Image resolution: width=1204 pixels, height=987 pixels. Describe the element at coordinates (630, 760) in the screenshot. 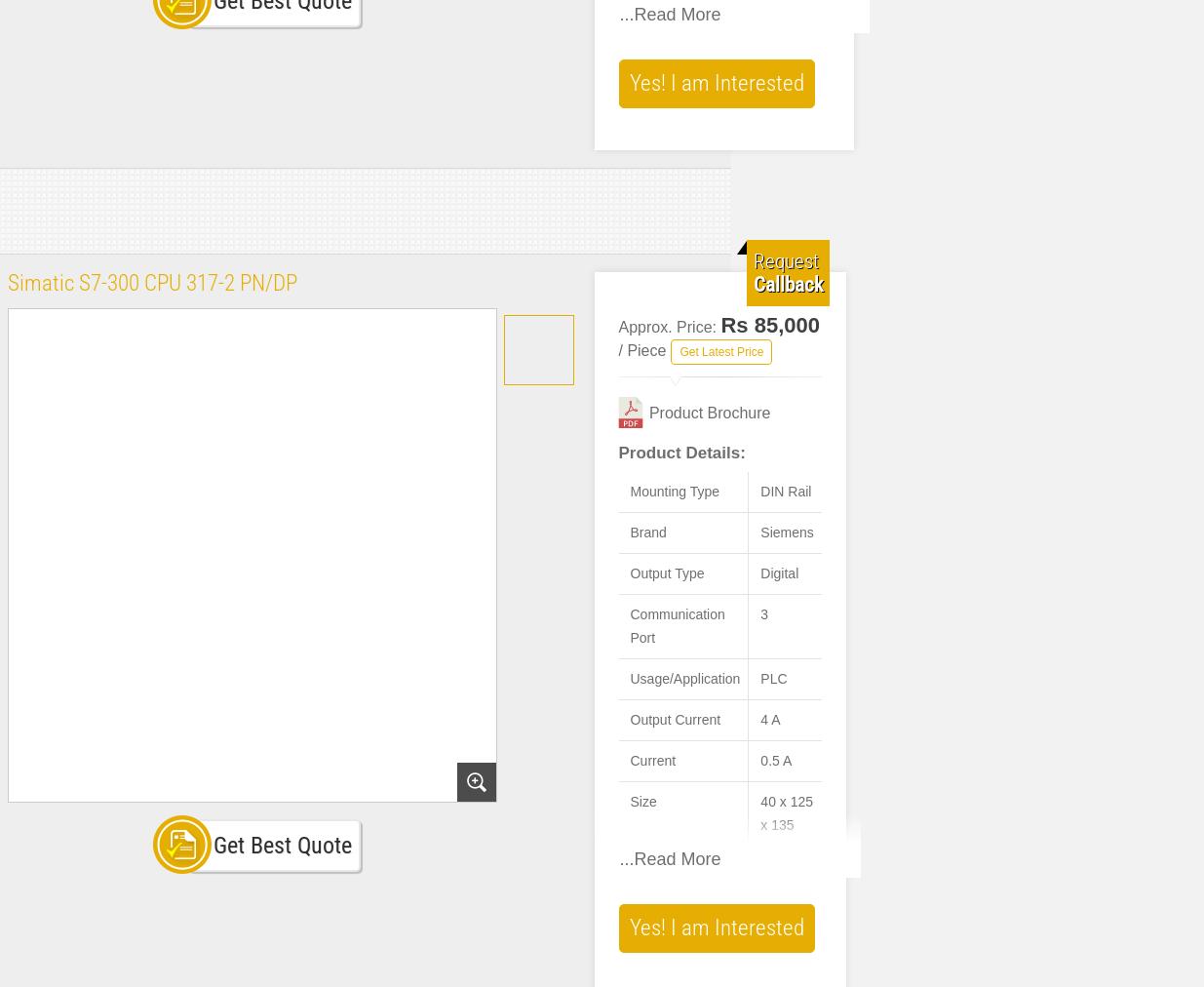

I see `'Current'` at that location.